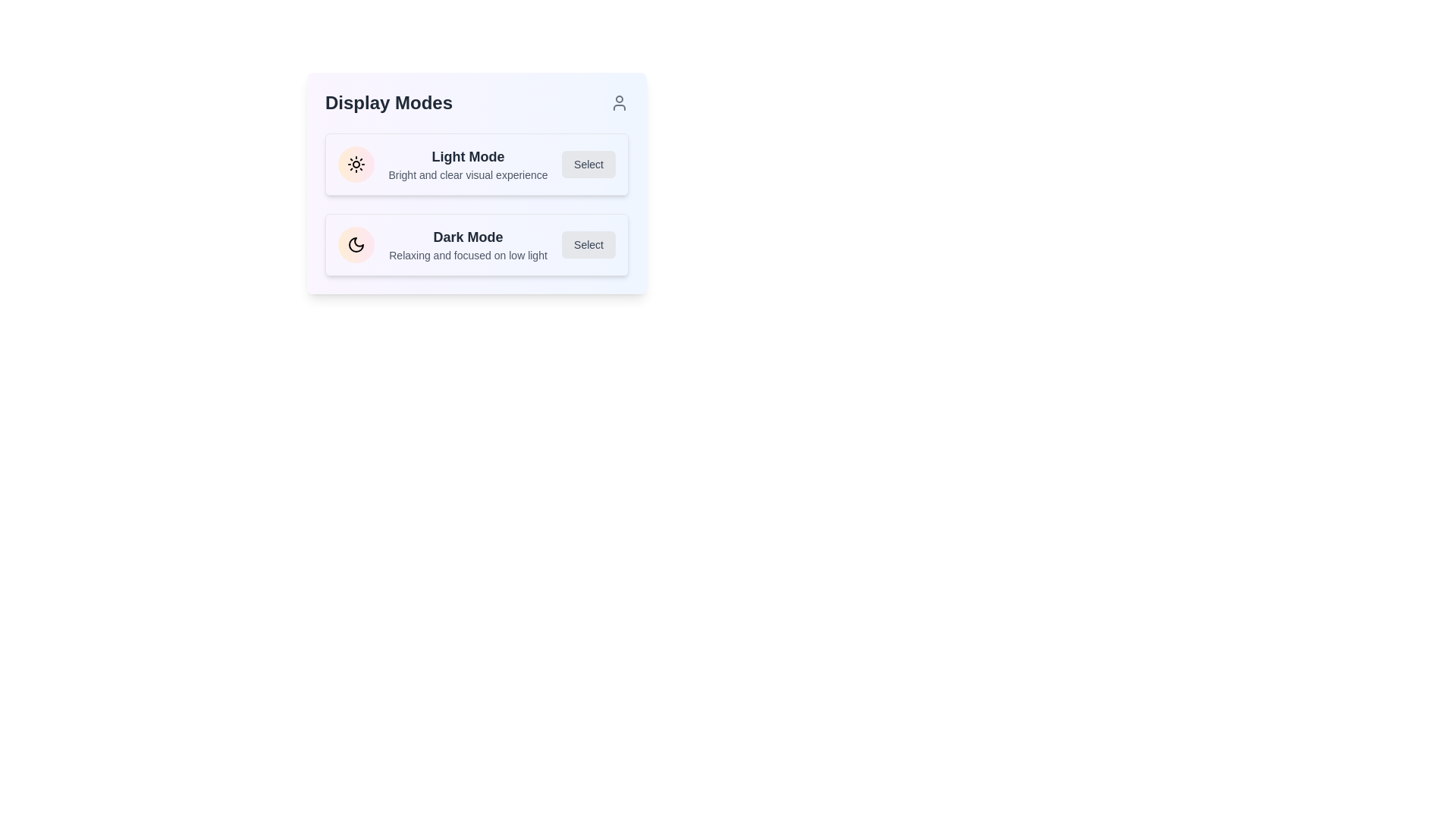 This screenshot has height=819, width=1456. What do you see at coordinates (356, 244) in the screenshot?
I see `the 'Dark Mode' icon located in the second card option under the 'Display Modes' section, positioned to the left of the text 'Dark Mode' and 'Relaxing and focused on low light'` at bounding box center [356, 244].